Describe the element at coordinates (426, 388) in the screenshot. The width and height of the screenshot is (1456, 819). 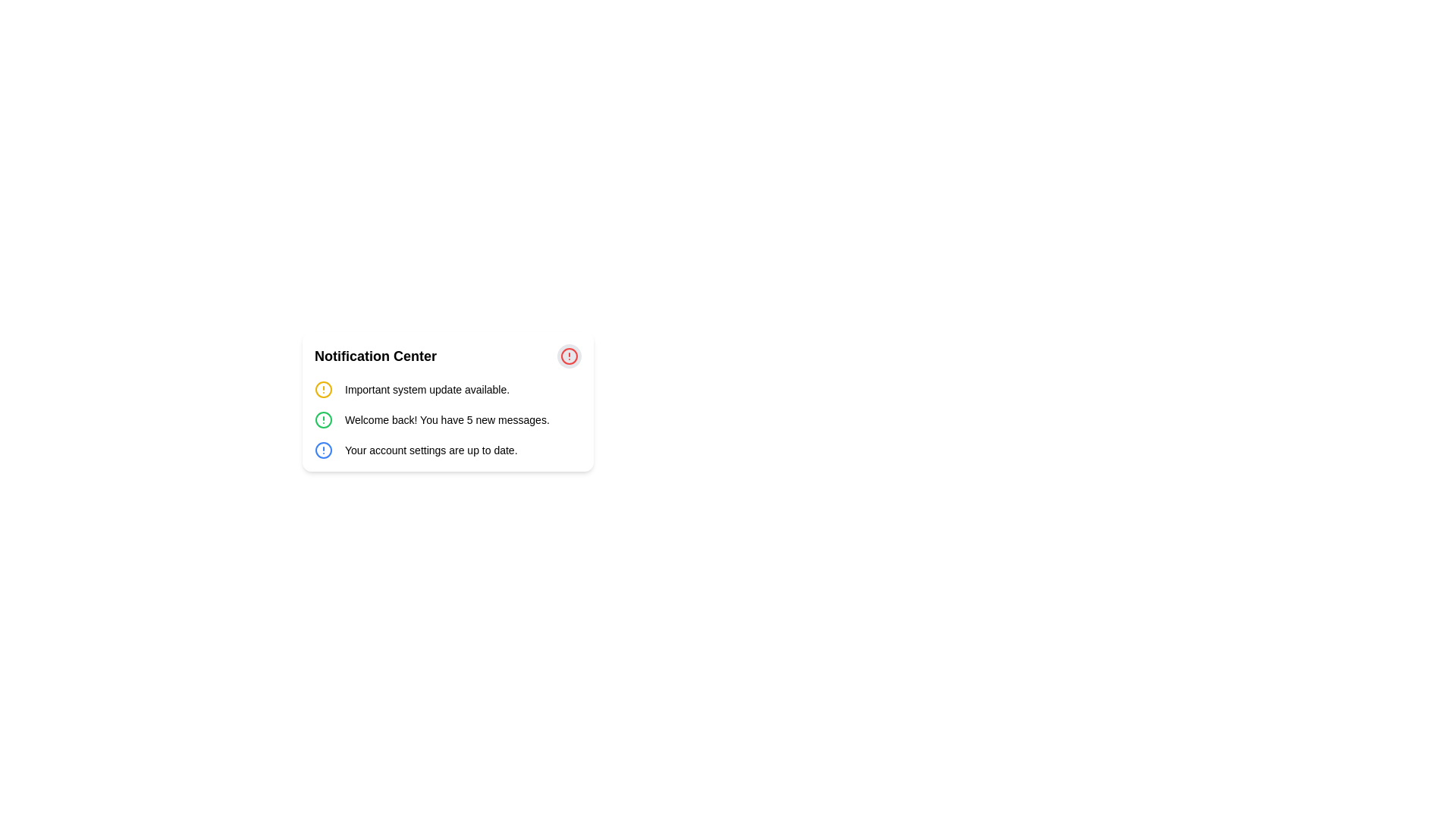
I see `the static text segment that says 'Important system update available.' which follows the yellow warning icon in the Notification Center` at that location.